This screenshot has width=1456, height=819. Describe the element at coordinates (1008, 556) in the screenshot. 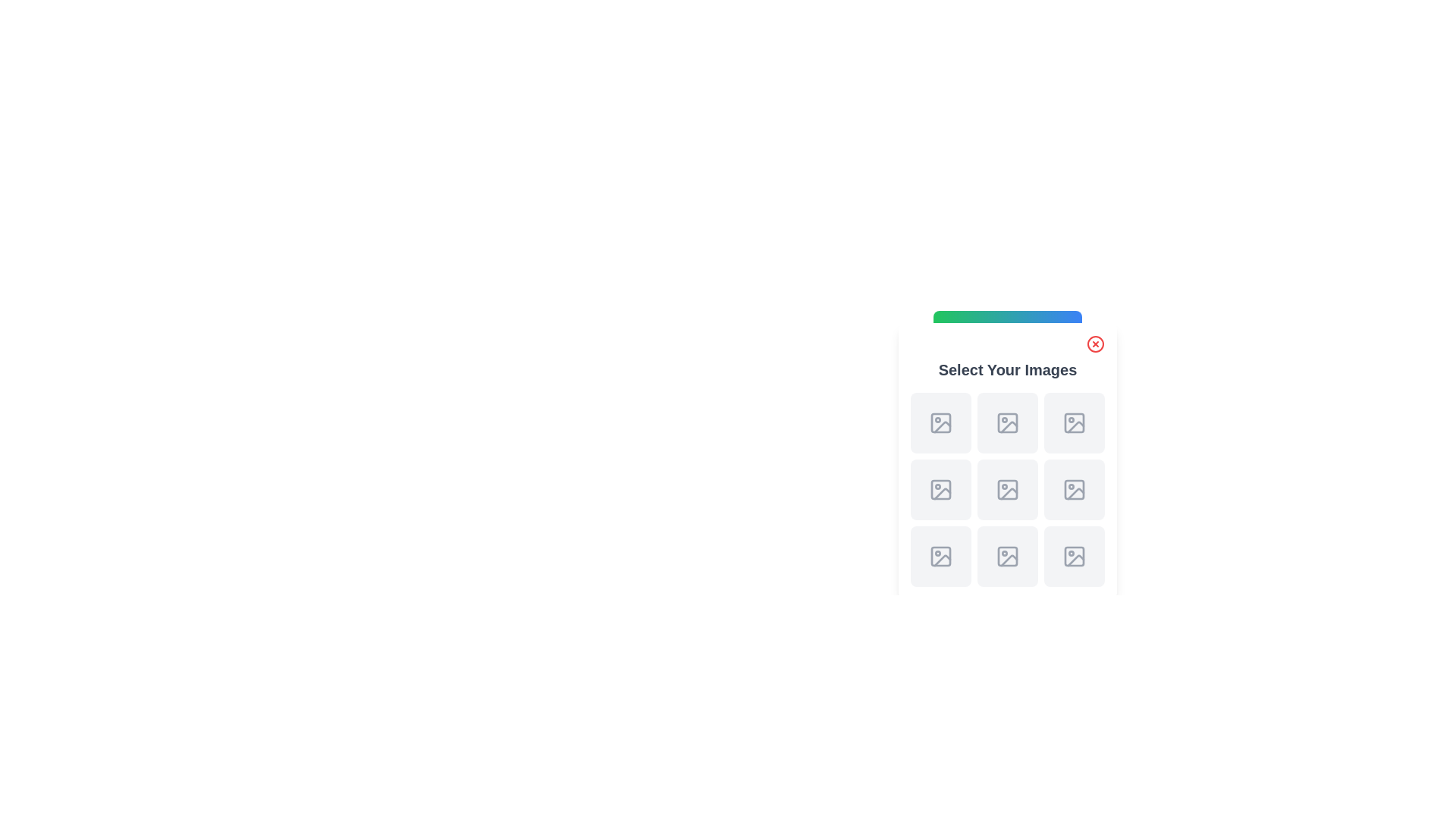

I see `the image upload Icon Button located in the last row and middle column of the grid` at that location.